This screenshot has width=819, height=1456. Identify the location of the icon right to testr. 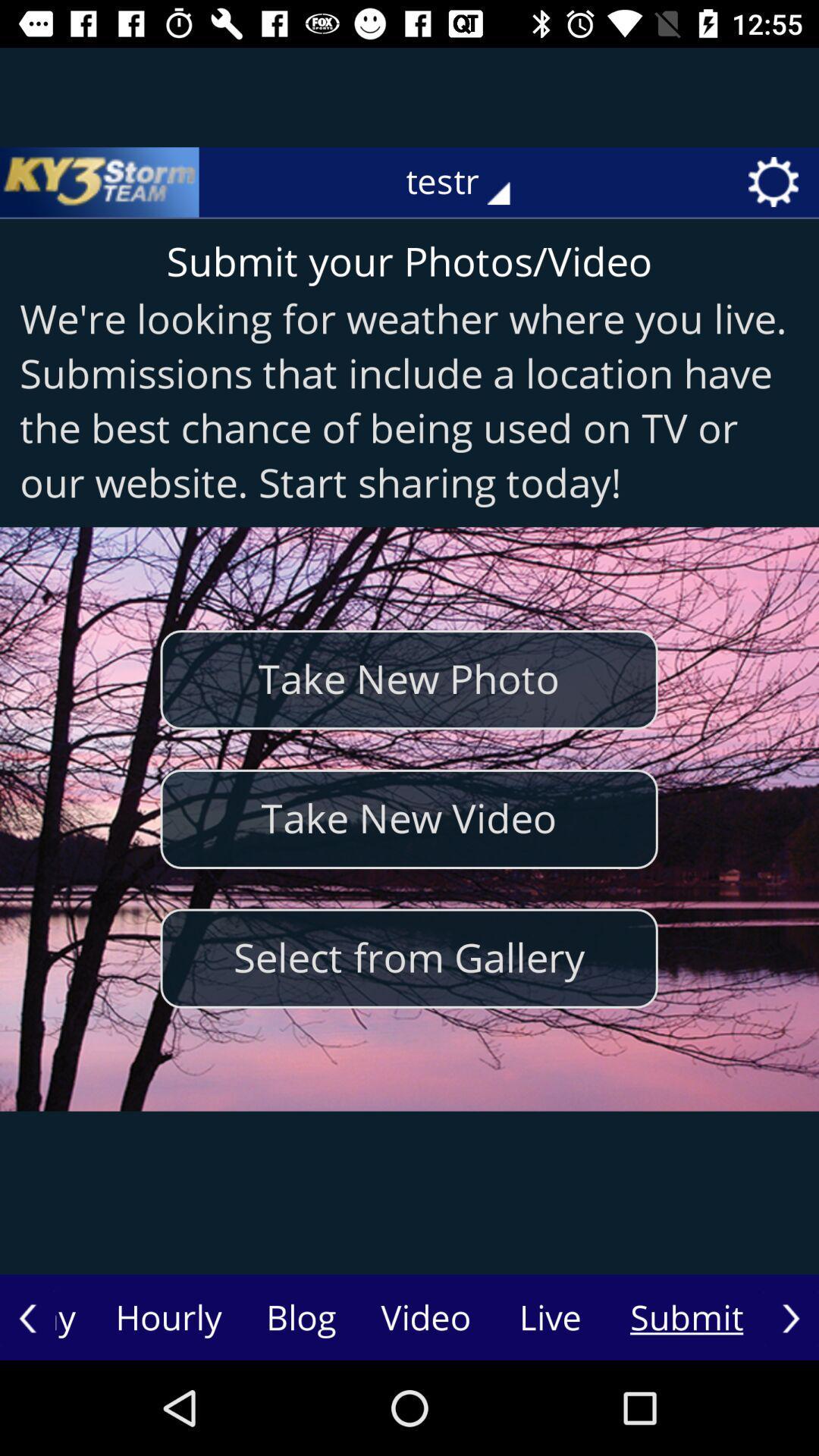
(778, 182).